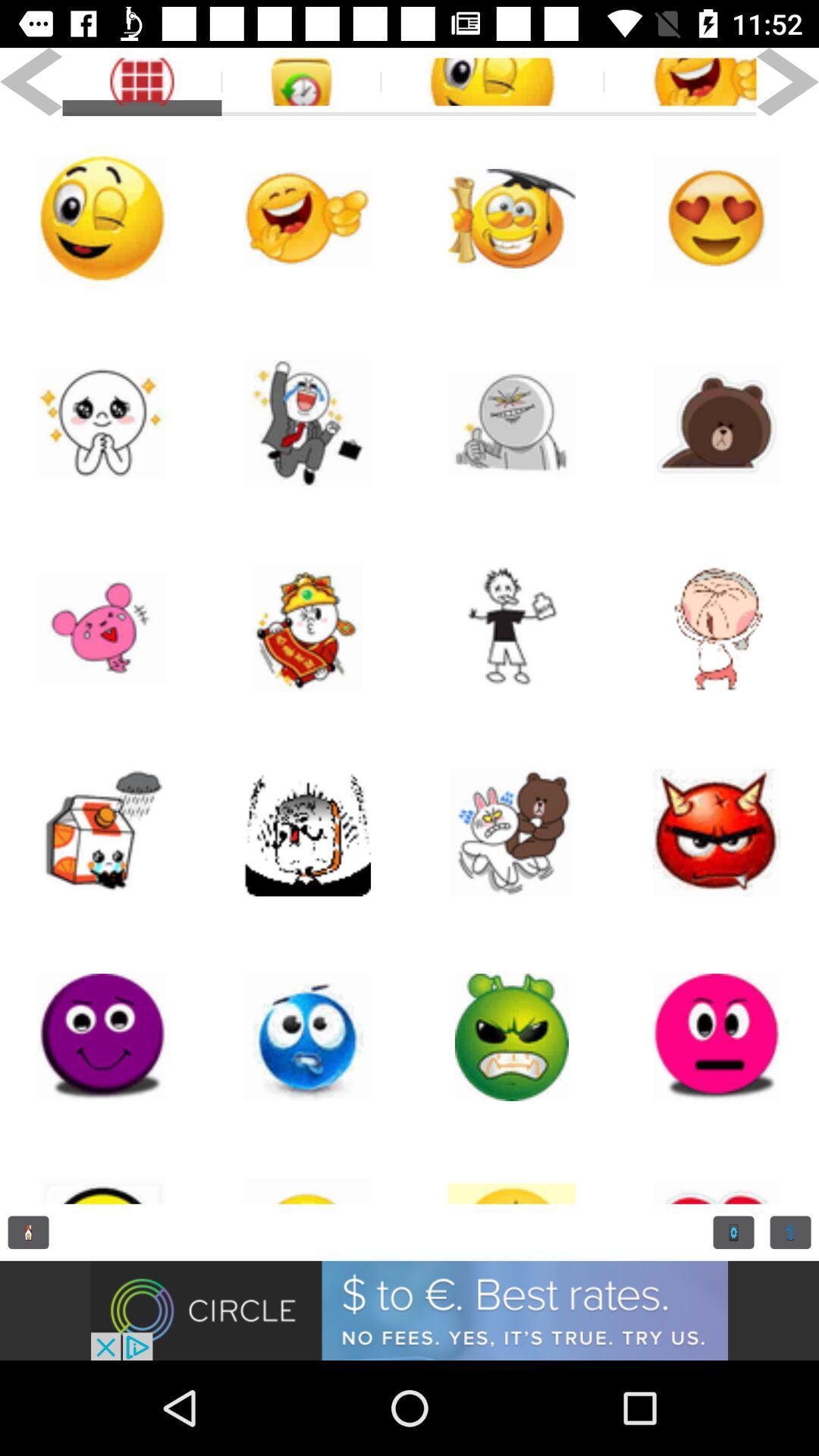 The image size is (819, 1456). What do you see at coordinates (307, 628) in the screenshot?
I see `sticker` at bounding box center [307, 628].